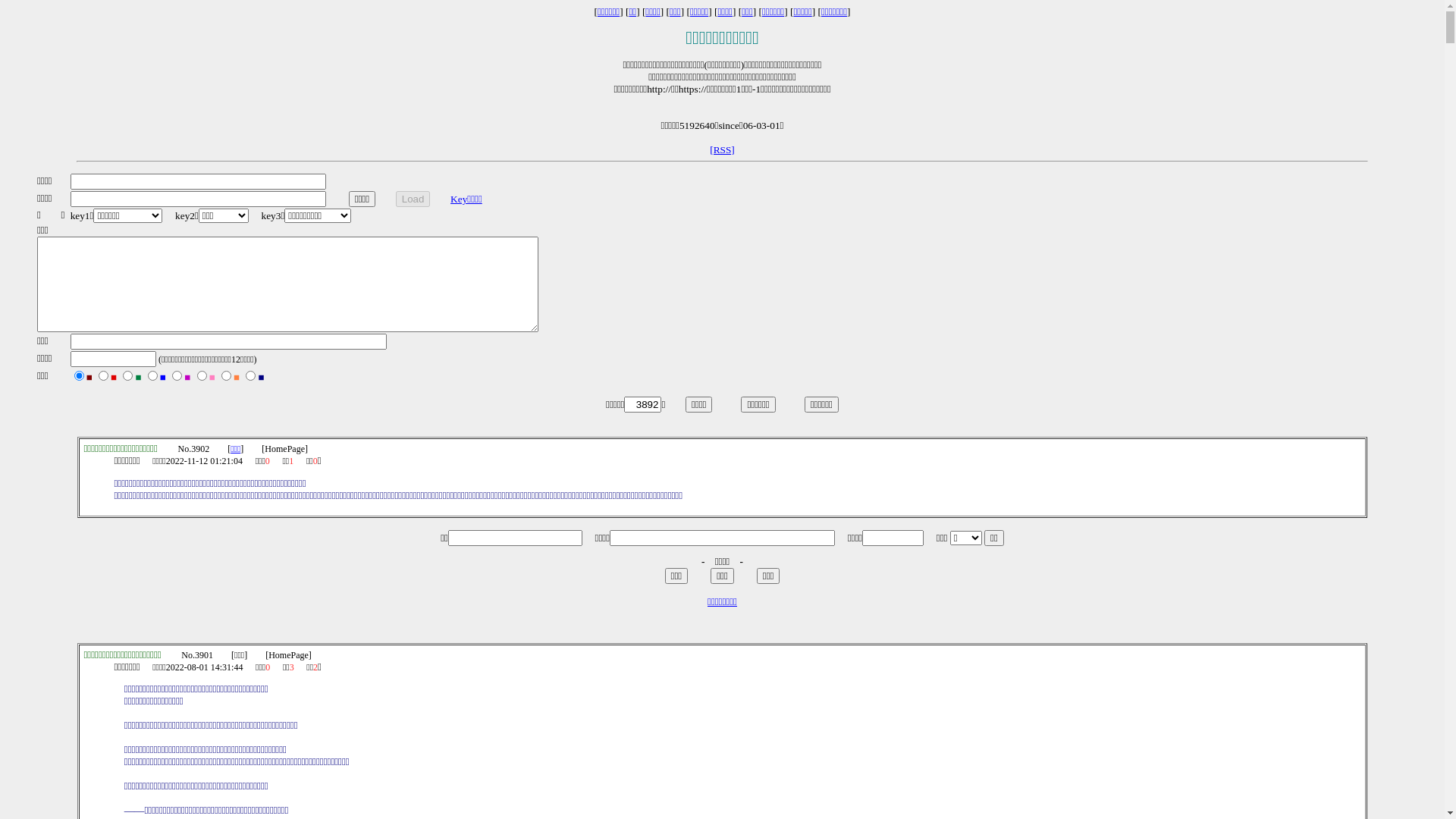  What do you see at coordinates (721, 149) in the screenshot?
I see `'[RSS]'` at bounding box center [721, 149].